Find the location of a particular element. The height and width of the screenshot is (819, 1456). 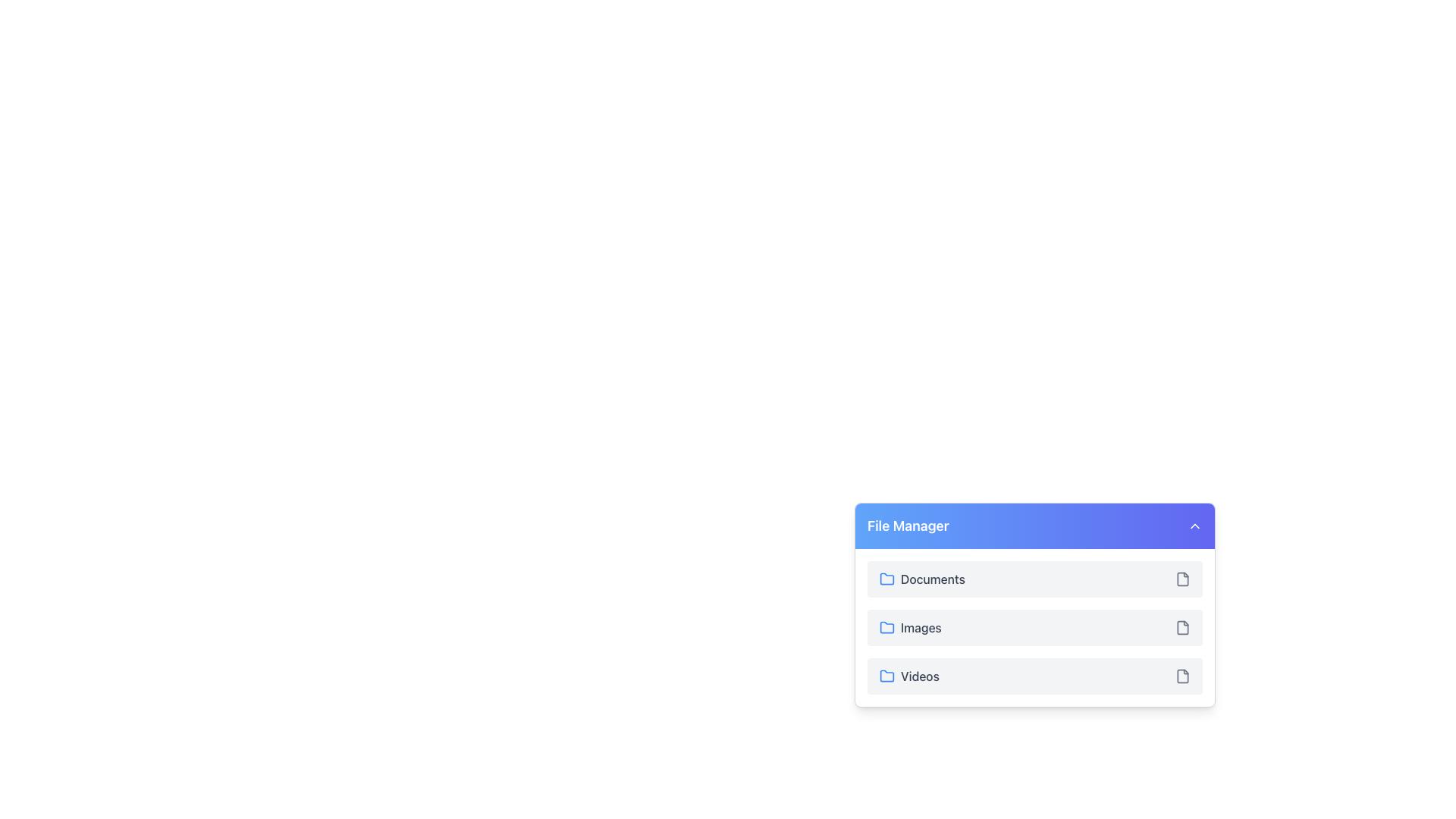

the 'Videos' category in the File Manager, which is the last item in a vertically stacked list of rows labeled 'Documents', 'Images', and 'Videos' is located at coordinates (1034, 675).